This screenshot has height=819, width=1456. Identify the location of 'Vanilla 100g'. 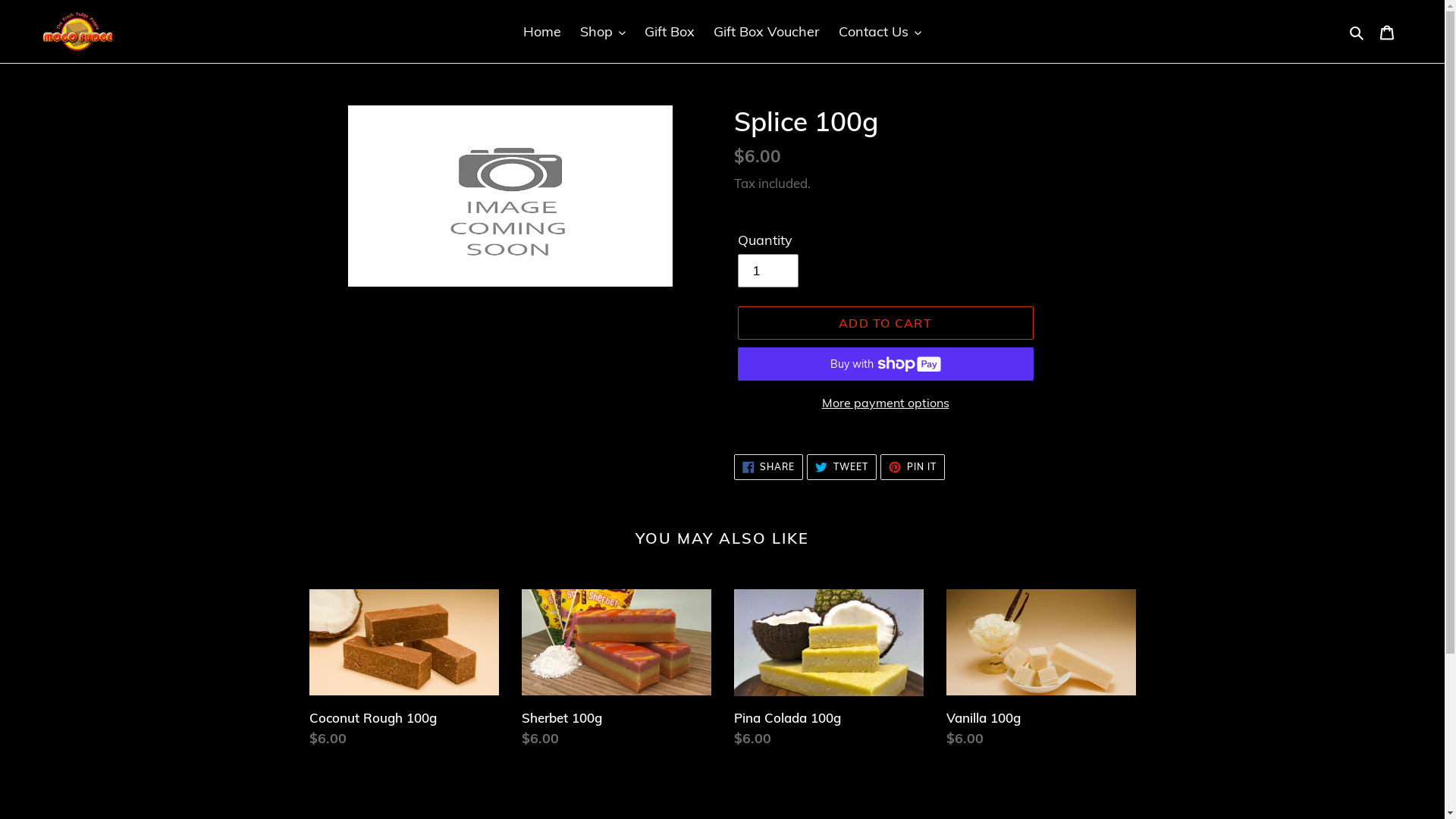
(1040, 671).